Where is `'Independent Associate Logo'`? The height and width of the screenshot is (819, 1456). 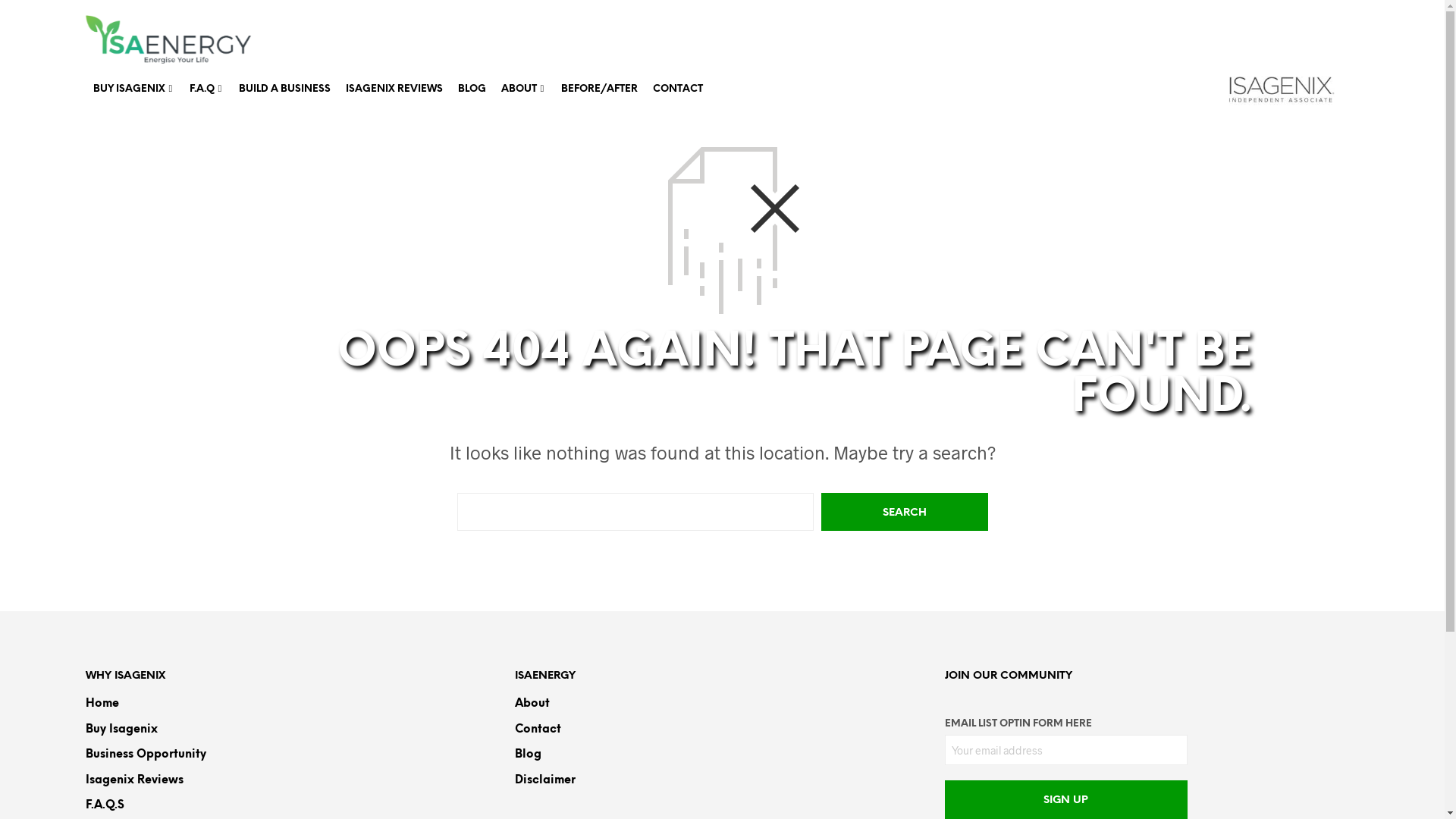 'Independent Associate Logo' is located at coordinates (1280, 89).